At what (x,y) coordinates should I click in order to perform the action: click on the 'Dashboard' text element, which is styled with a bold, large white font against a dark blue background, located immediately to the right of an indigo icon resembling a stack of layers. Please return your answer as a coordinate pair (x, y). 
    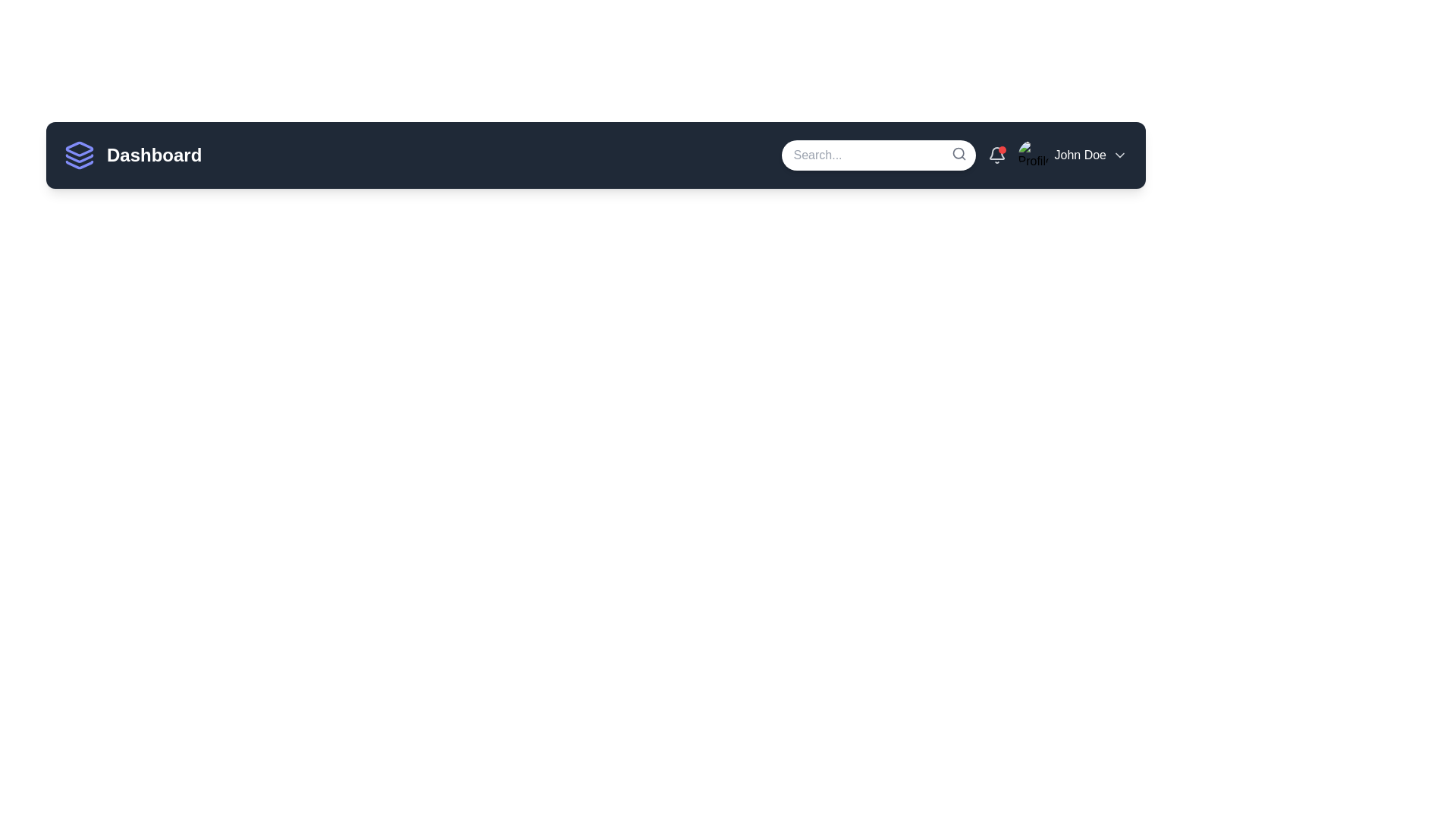
    Looking at the image, I should click on (154, 155).